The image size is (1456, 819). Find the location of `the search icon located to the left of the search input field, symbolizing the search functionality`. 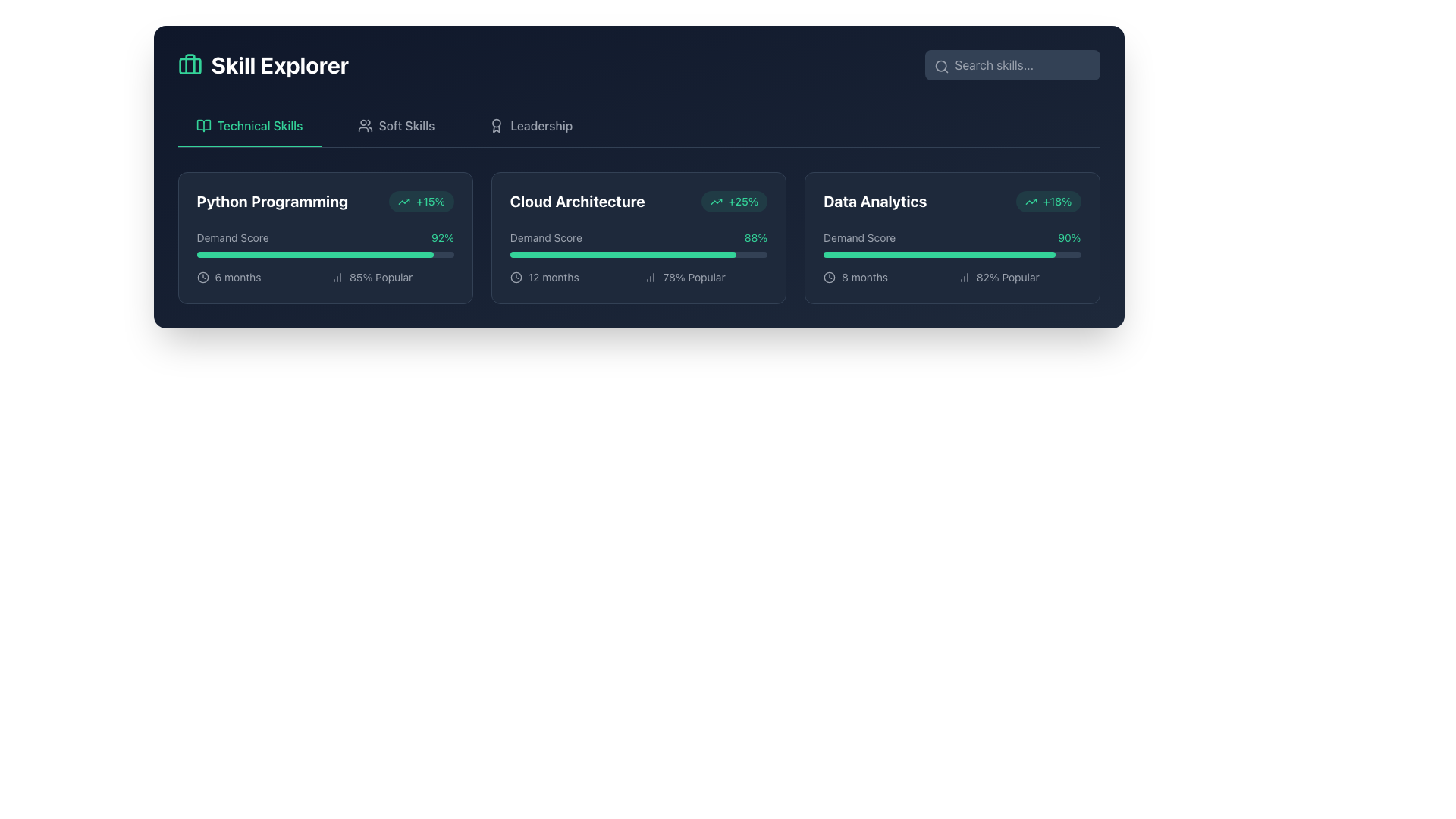

the search icon located to the left of the search input field, symbolizing the search functionality is located at coordinates (940, 66).